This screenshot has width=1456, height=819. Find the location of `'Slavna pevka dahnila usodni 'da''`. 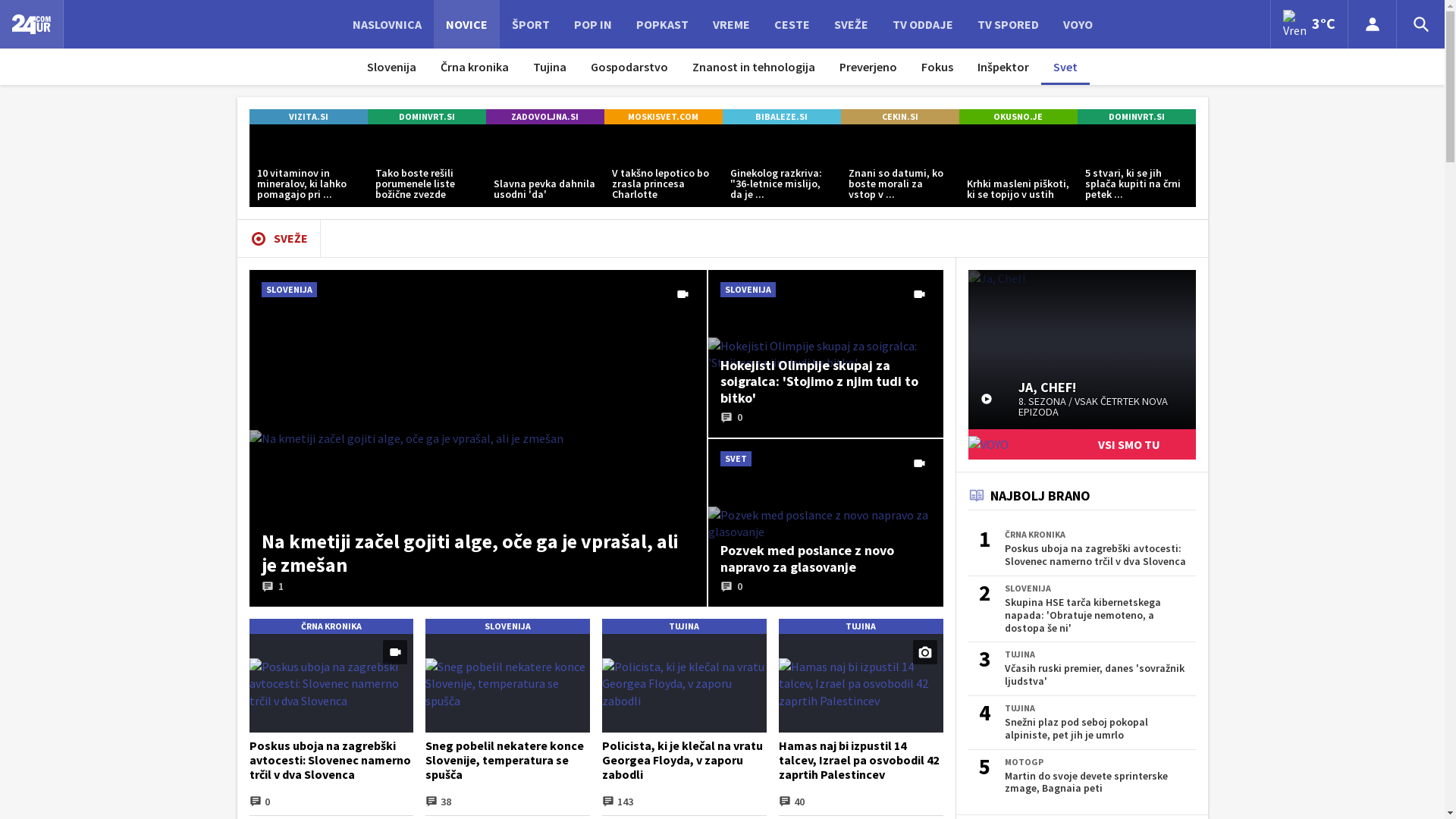

'Slavna pevka dahnila usodni 'da'' is located at coordinates (544, 165).